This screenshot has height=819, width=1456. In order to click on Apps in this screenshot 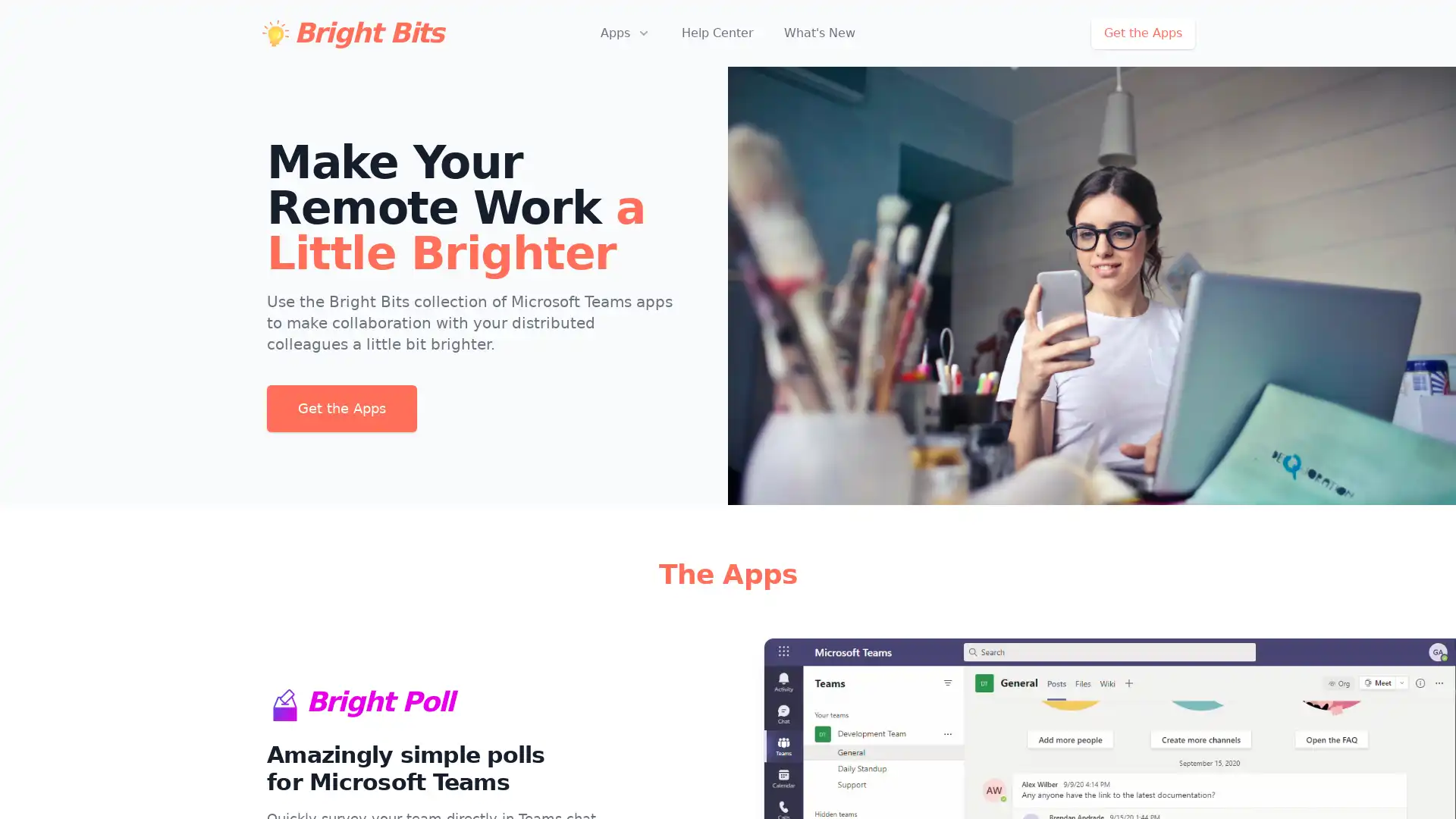, I will do `click(626, 33)`.